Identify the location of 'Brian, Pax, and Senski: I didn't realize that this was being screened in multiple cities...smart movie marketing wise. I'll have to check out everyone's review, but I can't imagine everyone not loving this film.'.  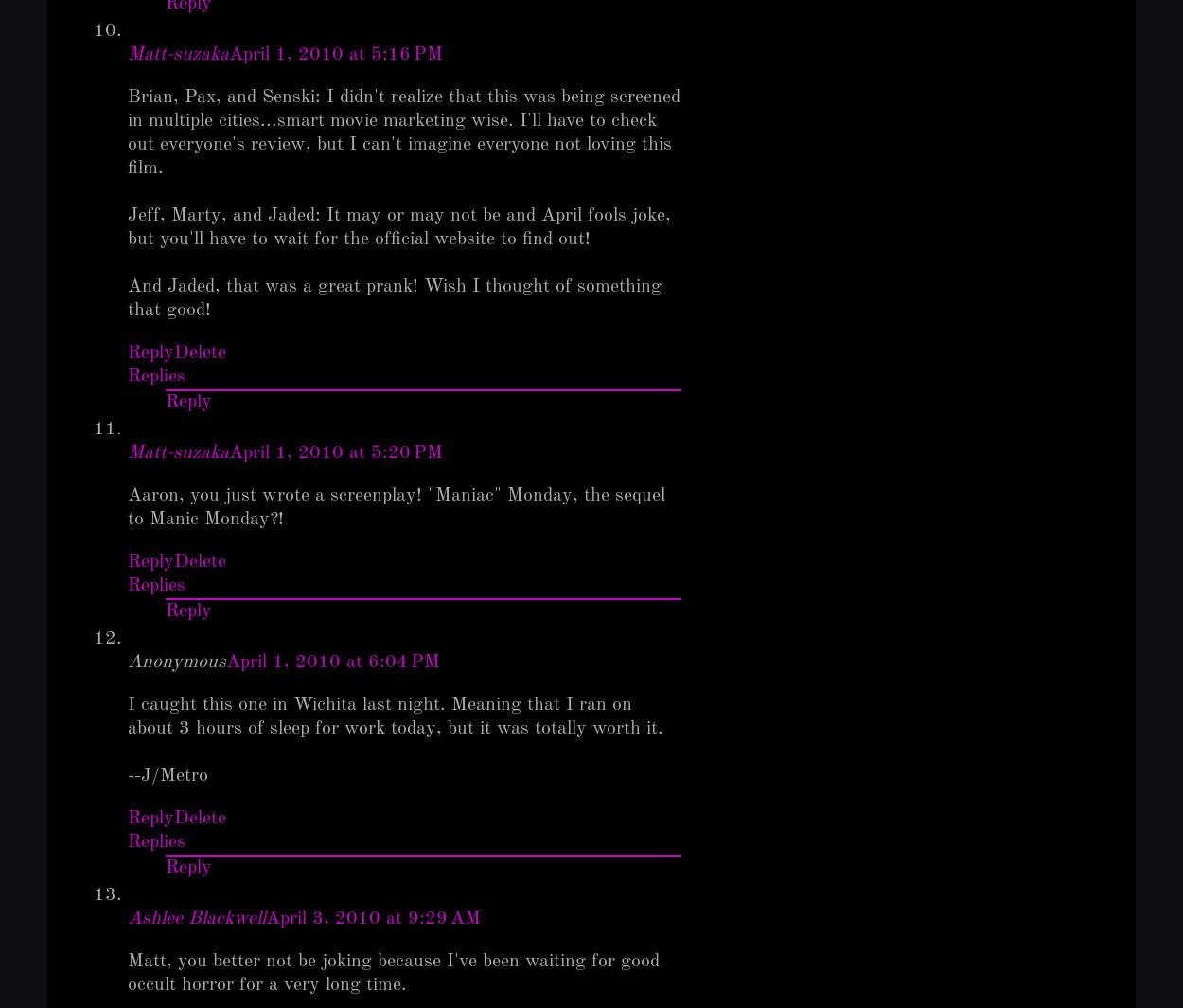
(404, 132).